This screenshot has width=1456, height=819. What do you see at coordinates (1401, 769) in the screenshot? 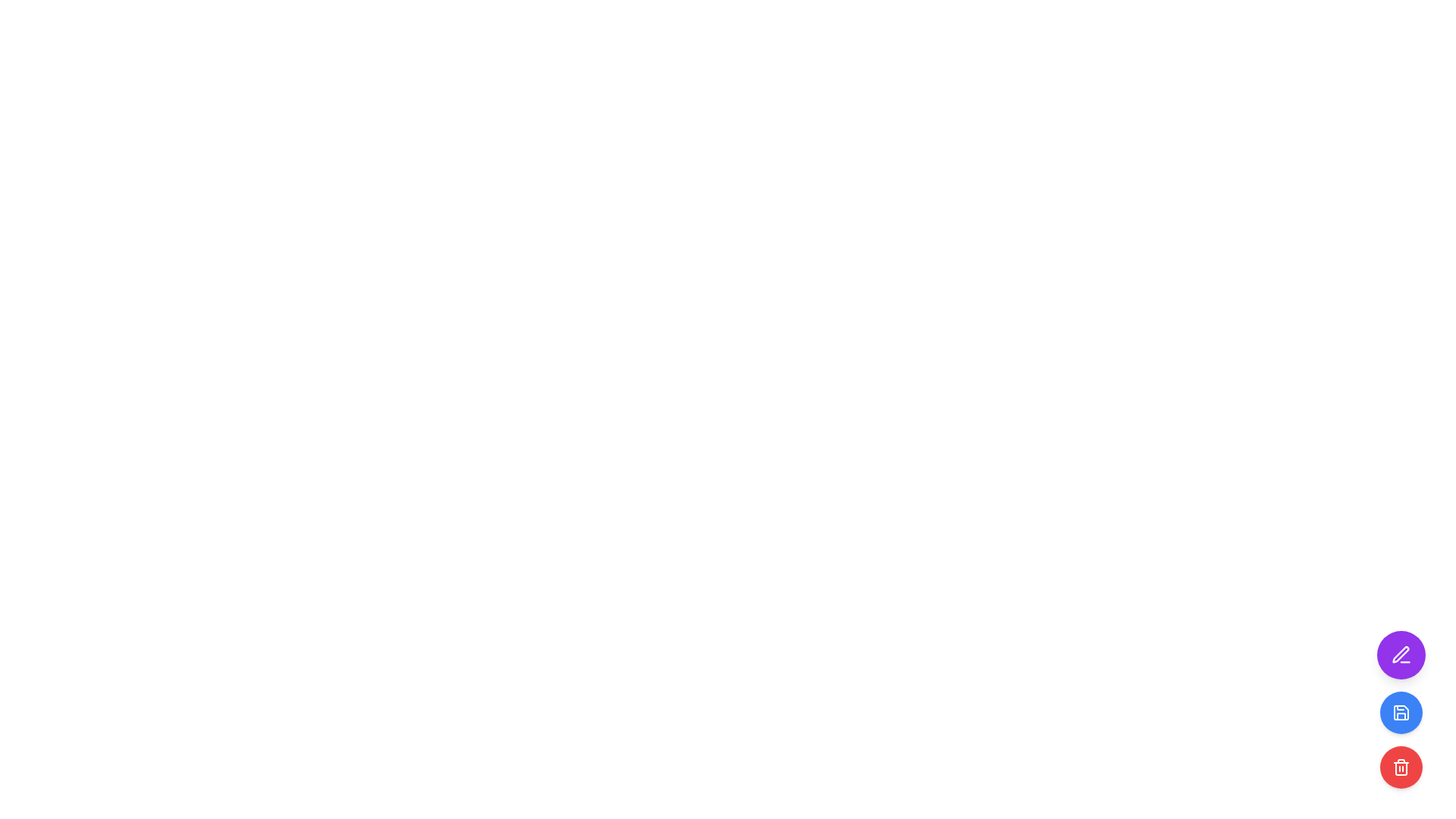
I see `the trash can icon located in the red circular button at the bottom right corner of the vertical button stack` at bounding box center [1401, 769].